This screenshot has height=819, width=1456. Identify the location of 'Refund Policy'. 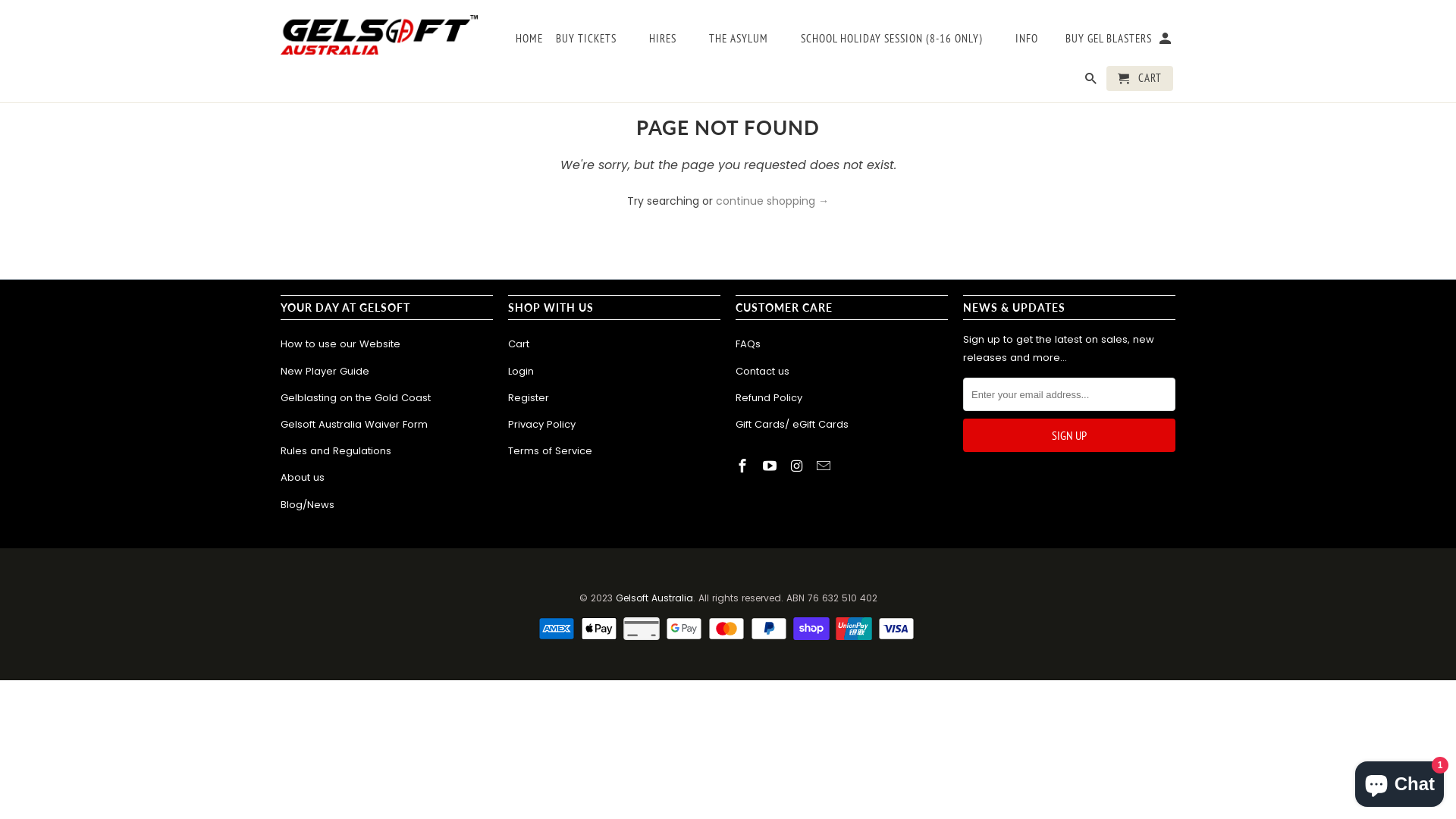
(768, 397).